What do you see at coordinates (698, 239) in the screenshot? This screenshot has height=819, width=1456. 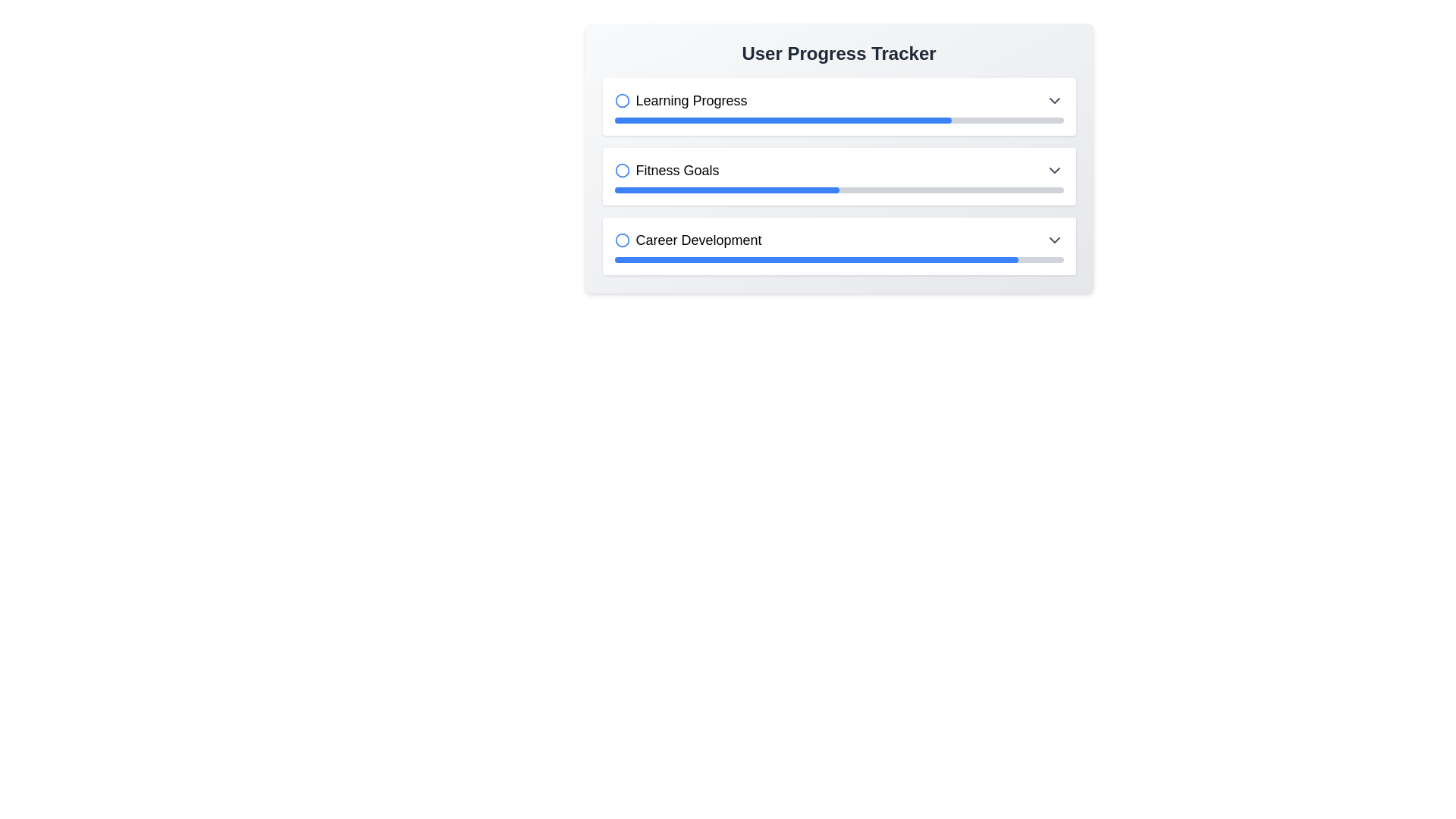 I see `the static text label indicating progress related to 'Career Development', which is the third item in a vertical list within a user progress tracker section` at bounding box center [698, 239].